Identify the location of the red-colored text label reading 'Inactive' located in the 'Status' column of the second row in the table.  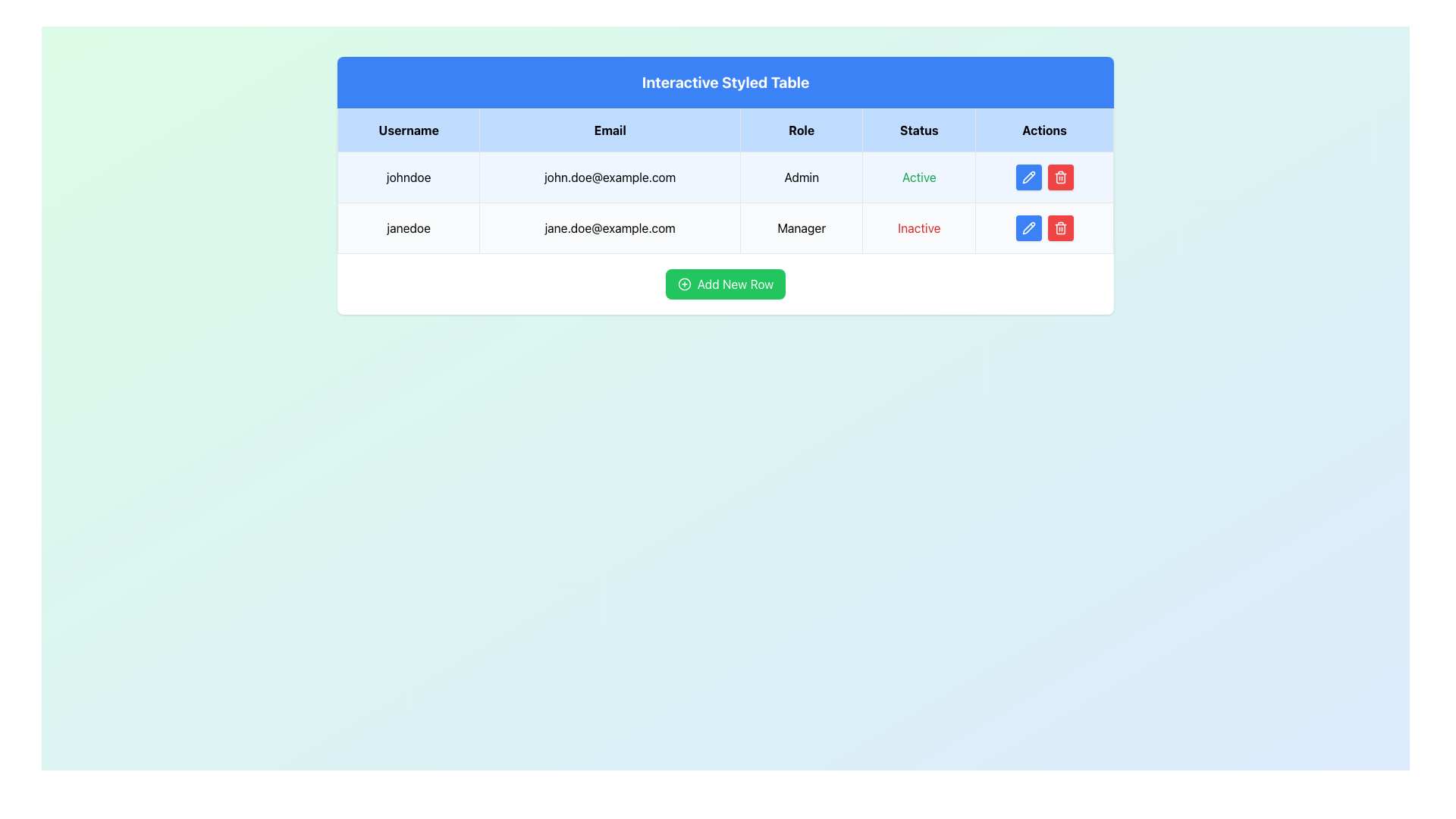
(918, 227).